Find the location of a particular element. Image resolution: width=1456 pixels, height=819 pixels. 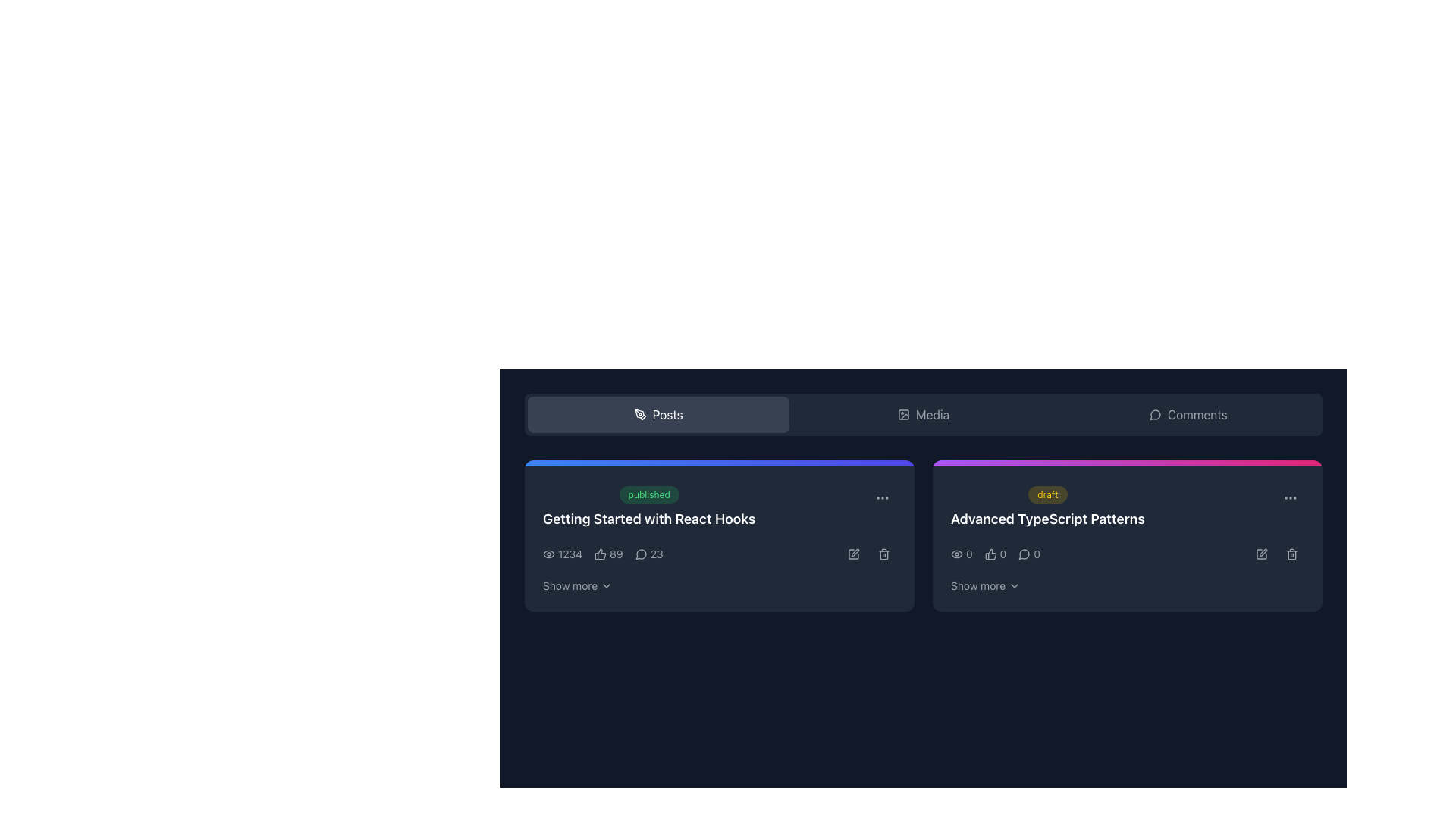

the editing or deleting icons on the first card in the left column of the grid layout, which summarizes the post titled 'Getting Started with React Hooks.' is located at coordinates (719, 535).